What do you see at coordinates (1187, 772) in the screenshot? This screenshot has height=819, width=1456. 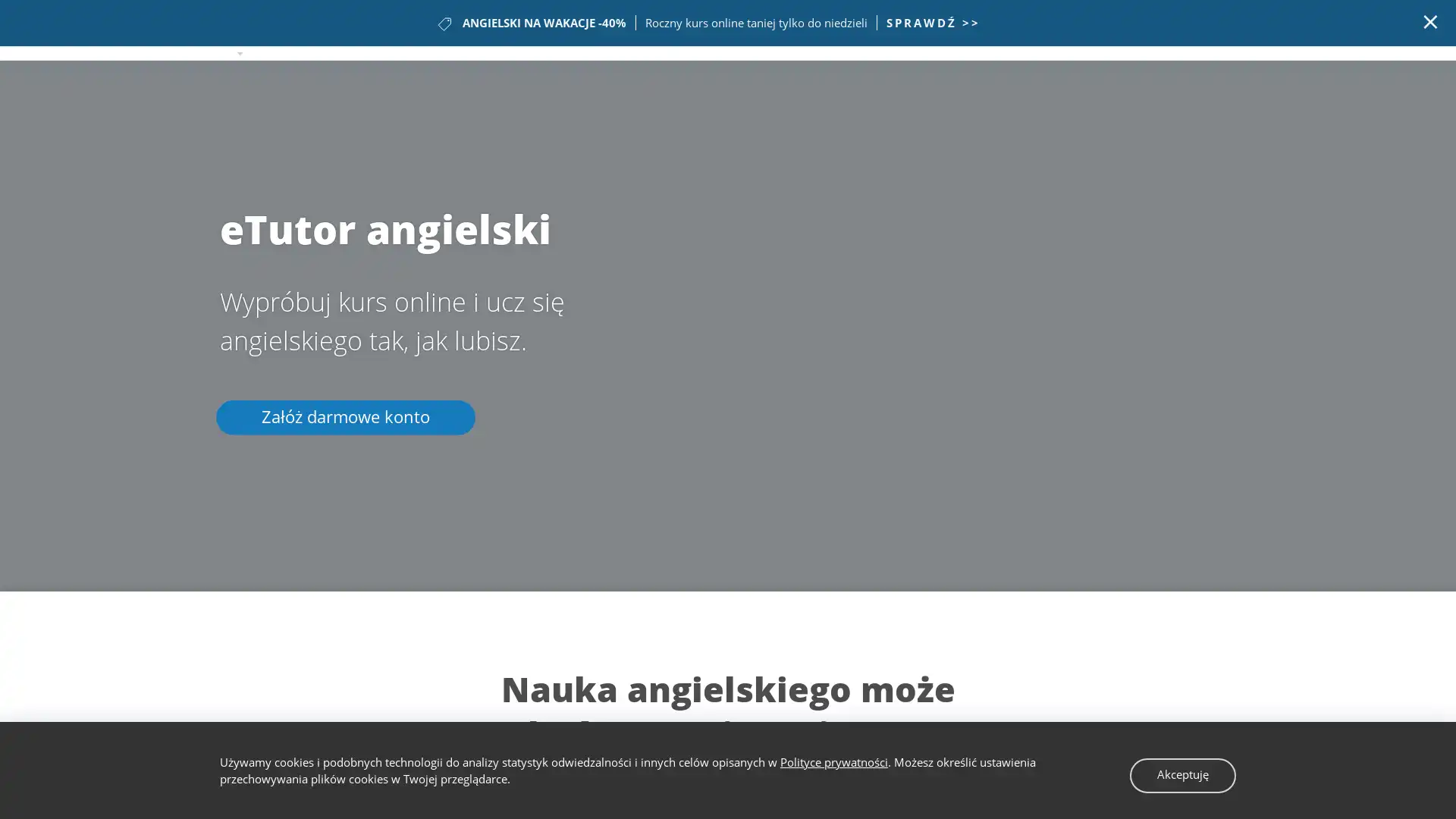 I see `Akceptuje` at bounding box center [1187, 772].